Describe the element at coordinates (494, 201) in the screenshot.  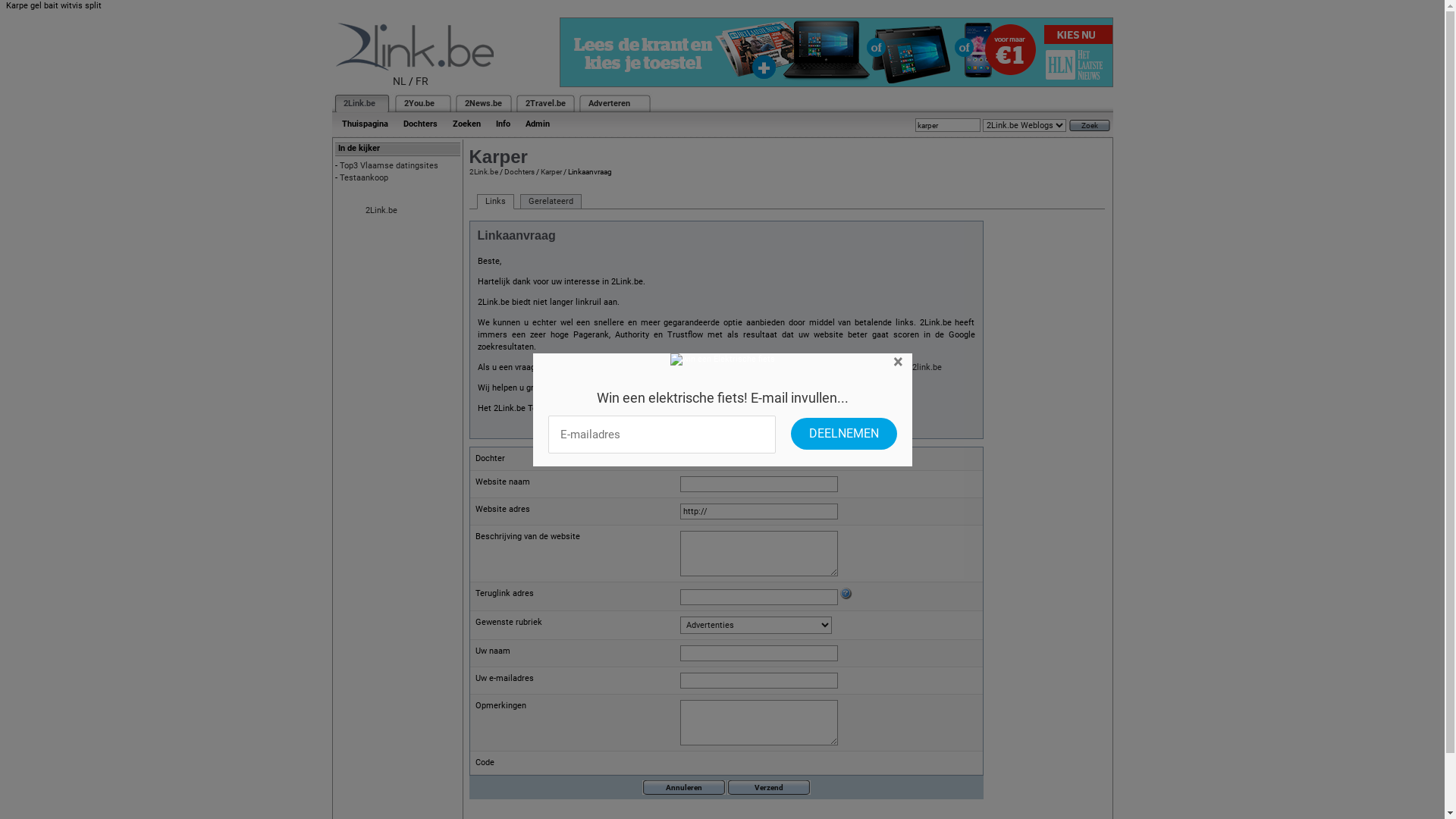
I see `'Links'` at that location.